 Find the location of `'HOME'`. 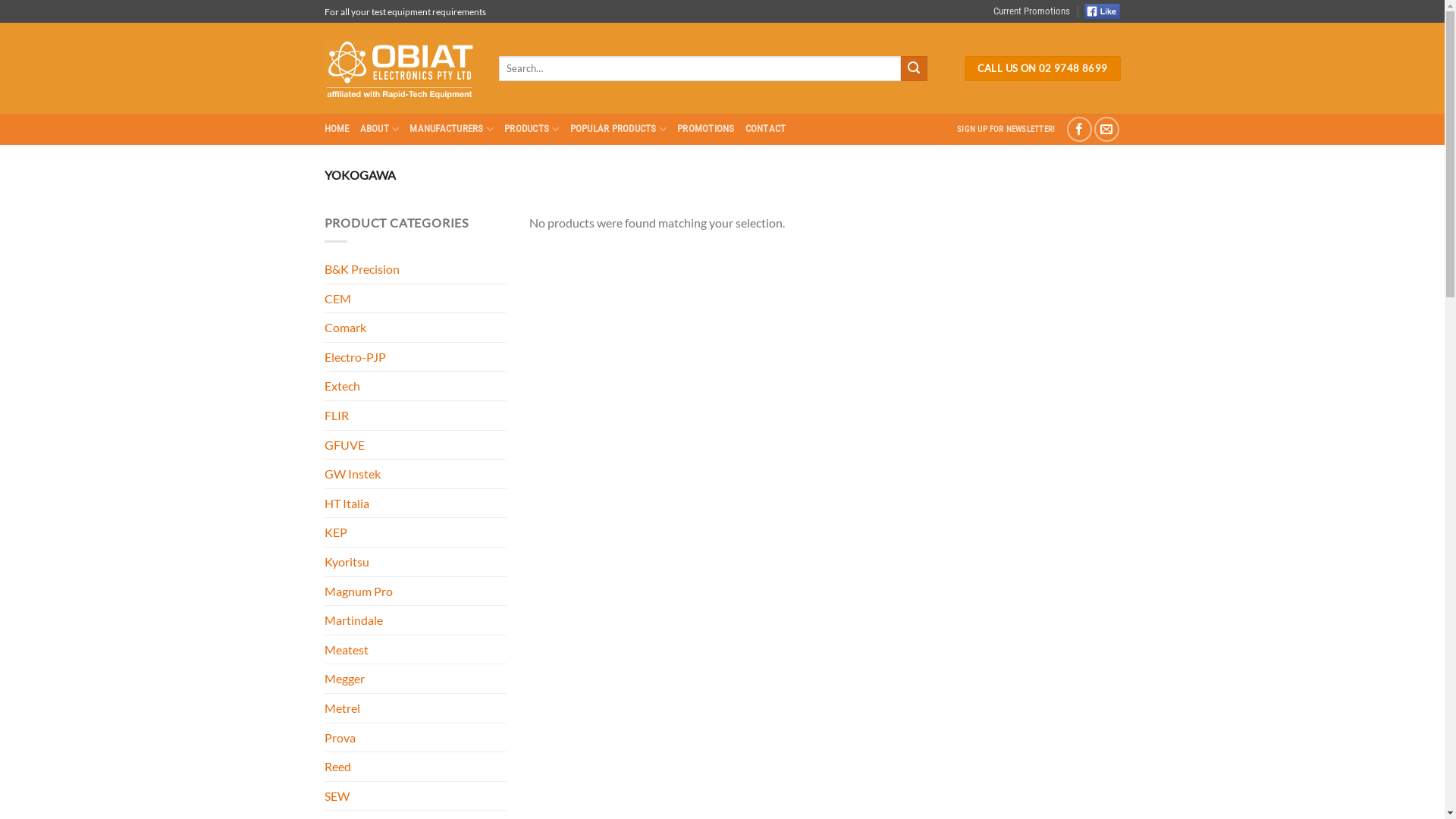

'HOME' is located at coordinates (323, 127).